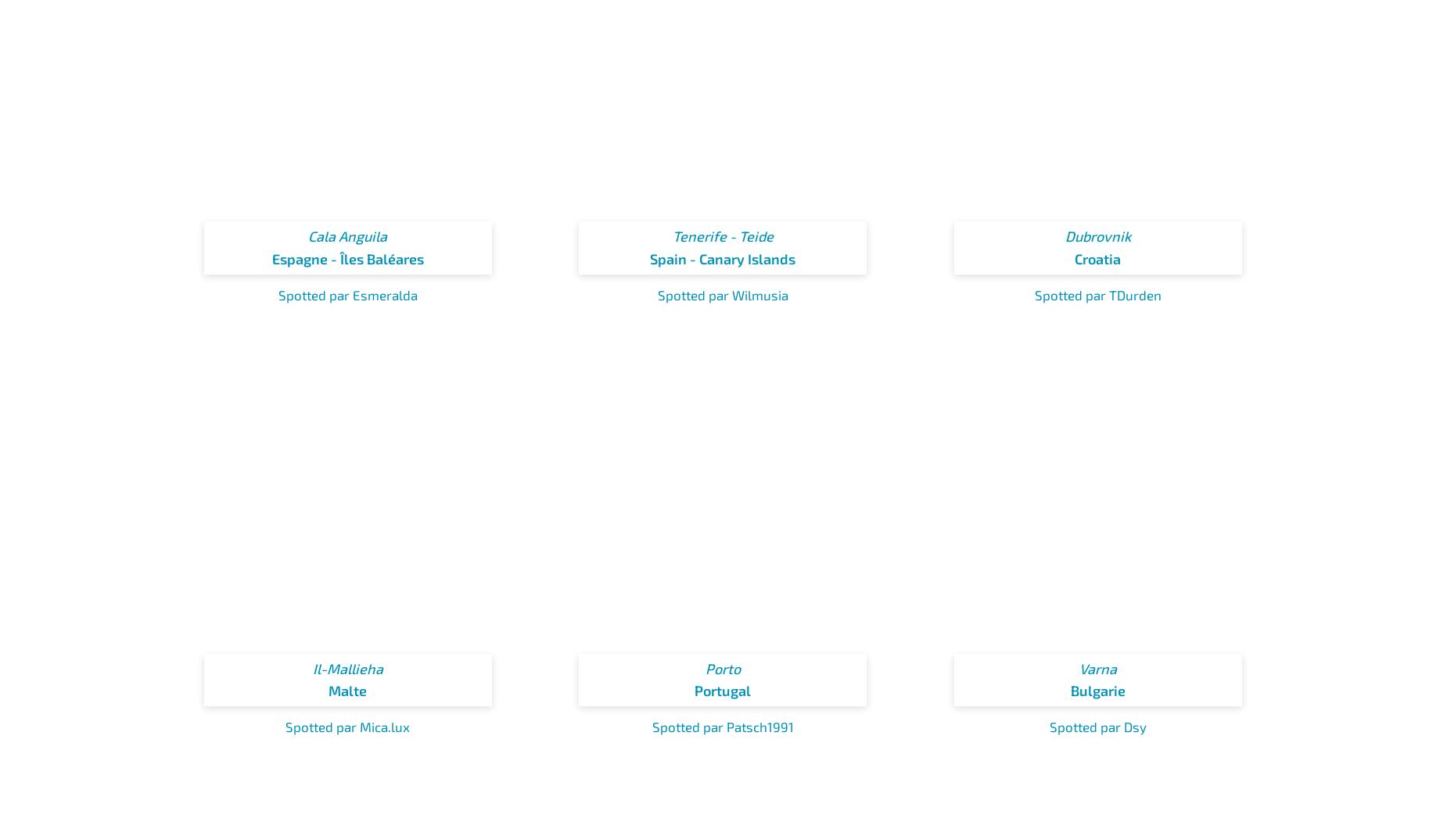  Describe the element at coordinates (346, 293) in the screenshot. I see `'Spotted par Esmeralda'` at that location.